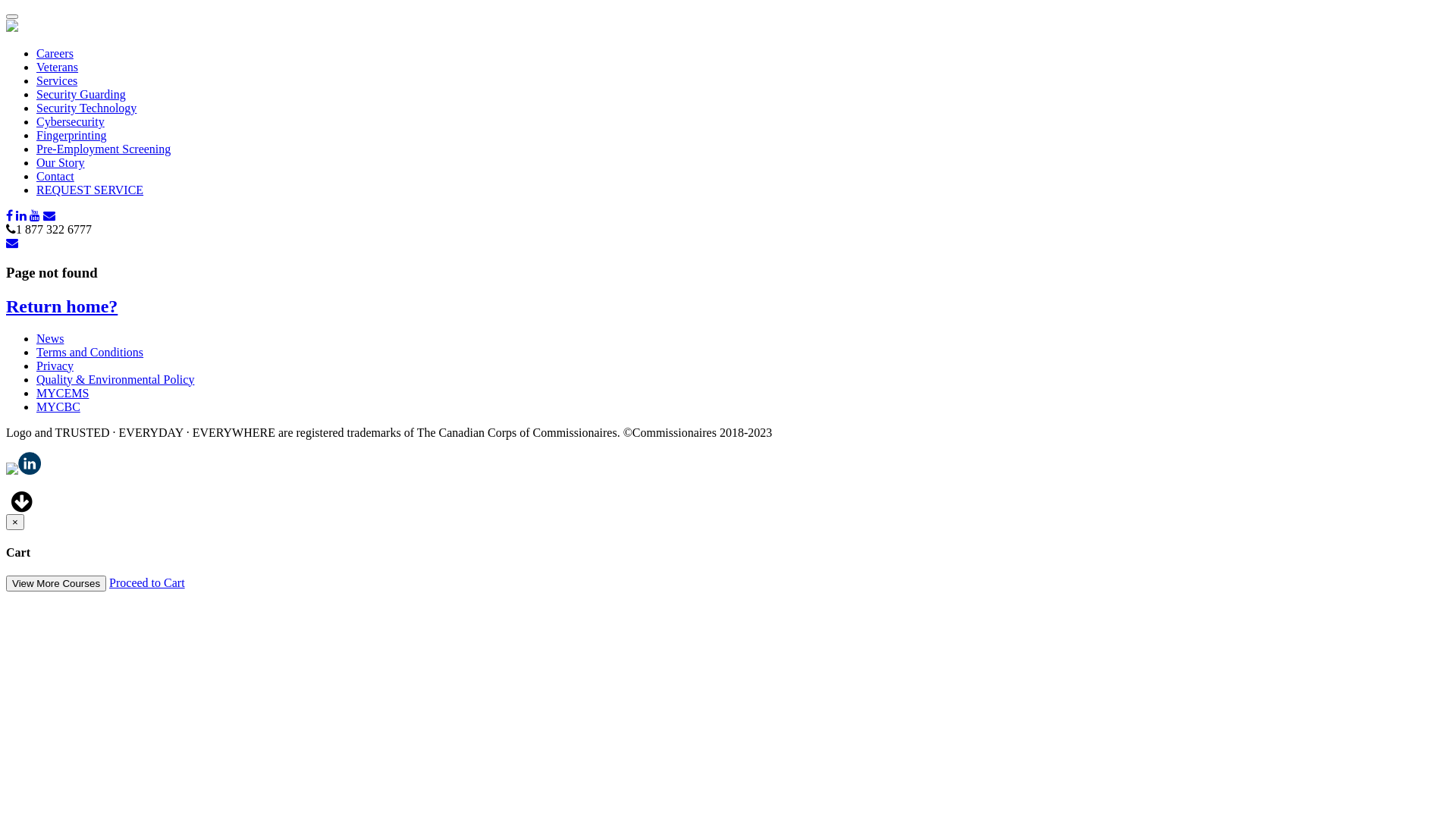  What do you see at coordinates (89, 189) in the screenshot?
I see `'REQUEST SERVICE'` at bounding box center [89, 189].